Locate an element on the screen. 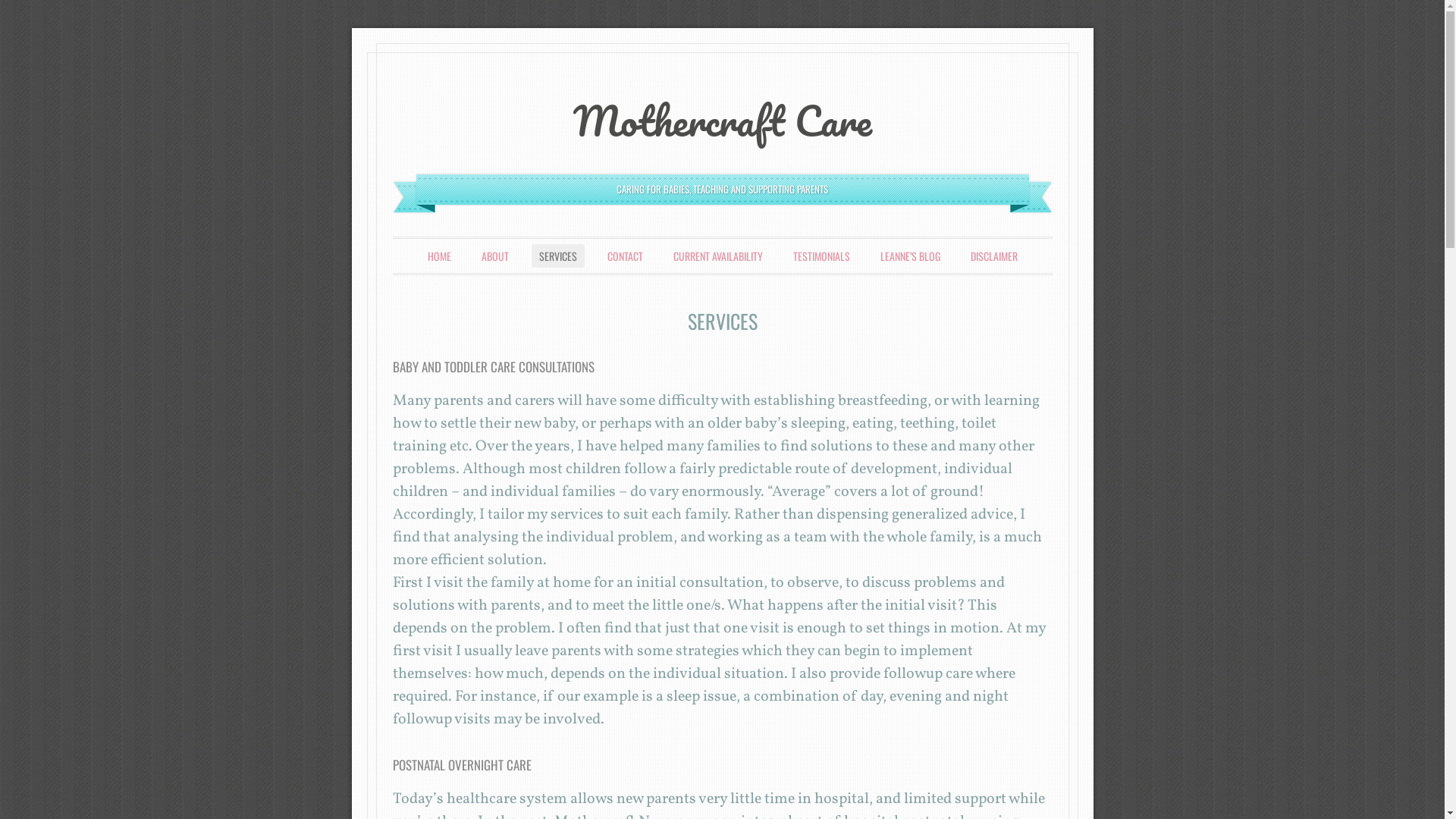 This screenshot has width=1456, height=819. 'HOME' is located at coordinates (438, 255).